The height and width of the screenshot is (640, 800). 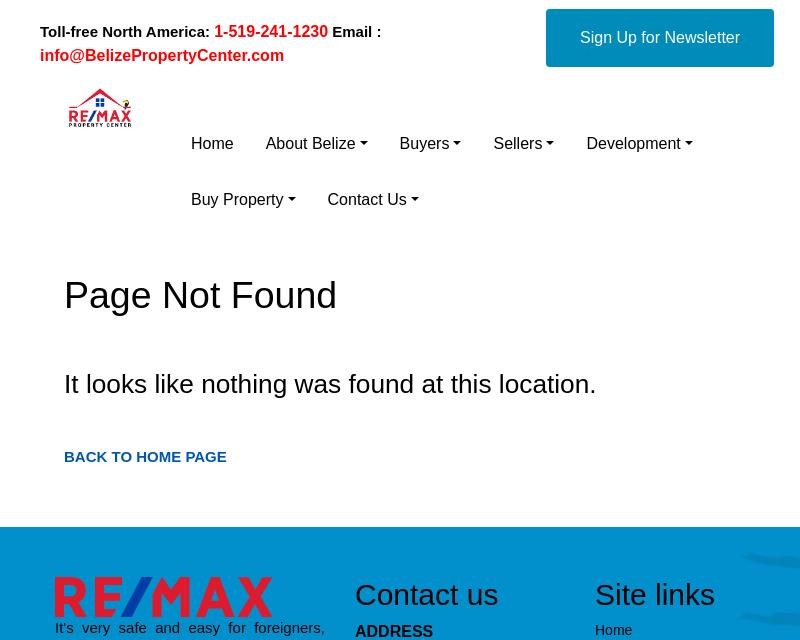 What do you see at coordinates (309, 142) in the screenshot?
I see `'About Belize'` at bounding box center [309, 142].